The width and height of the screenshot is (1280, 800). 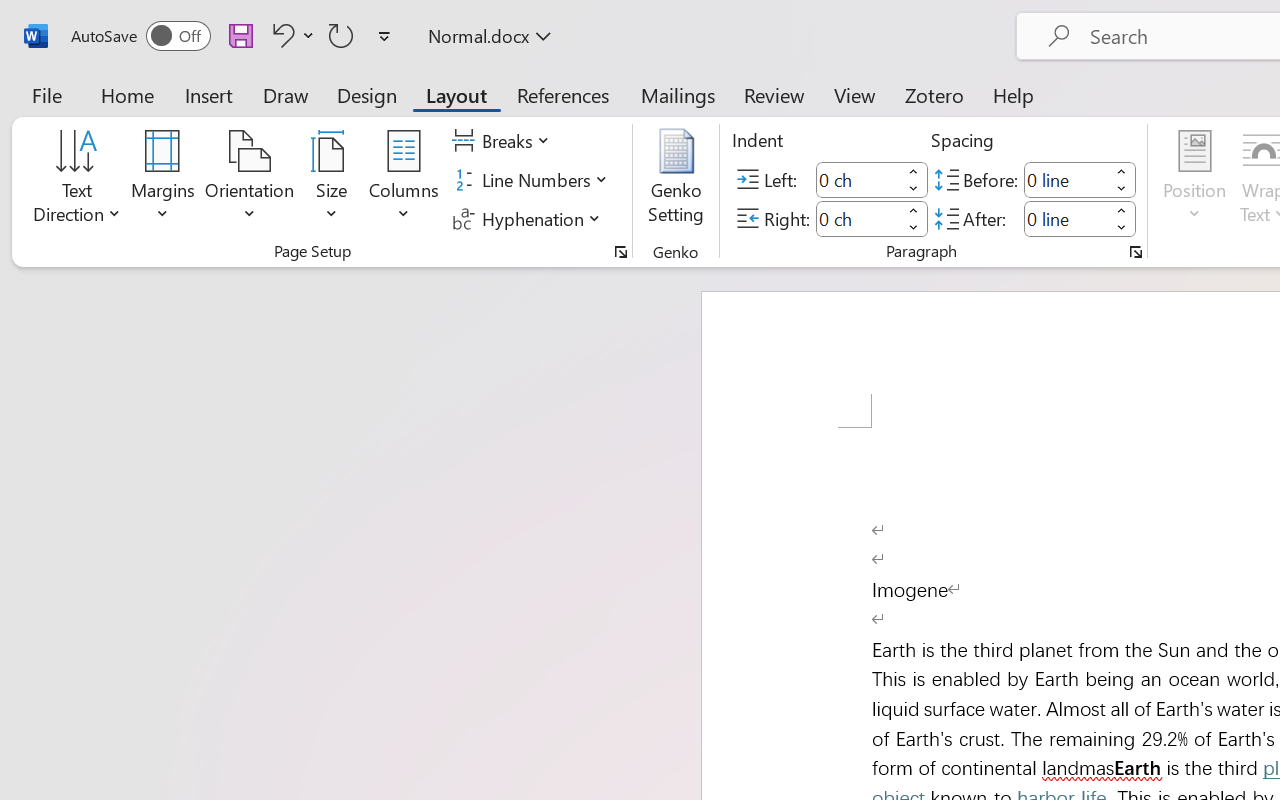 I want to click on 'Text Direction', so click(x=77, y=179).